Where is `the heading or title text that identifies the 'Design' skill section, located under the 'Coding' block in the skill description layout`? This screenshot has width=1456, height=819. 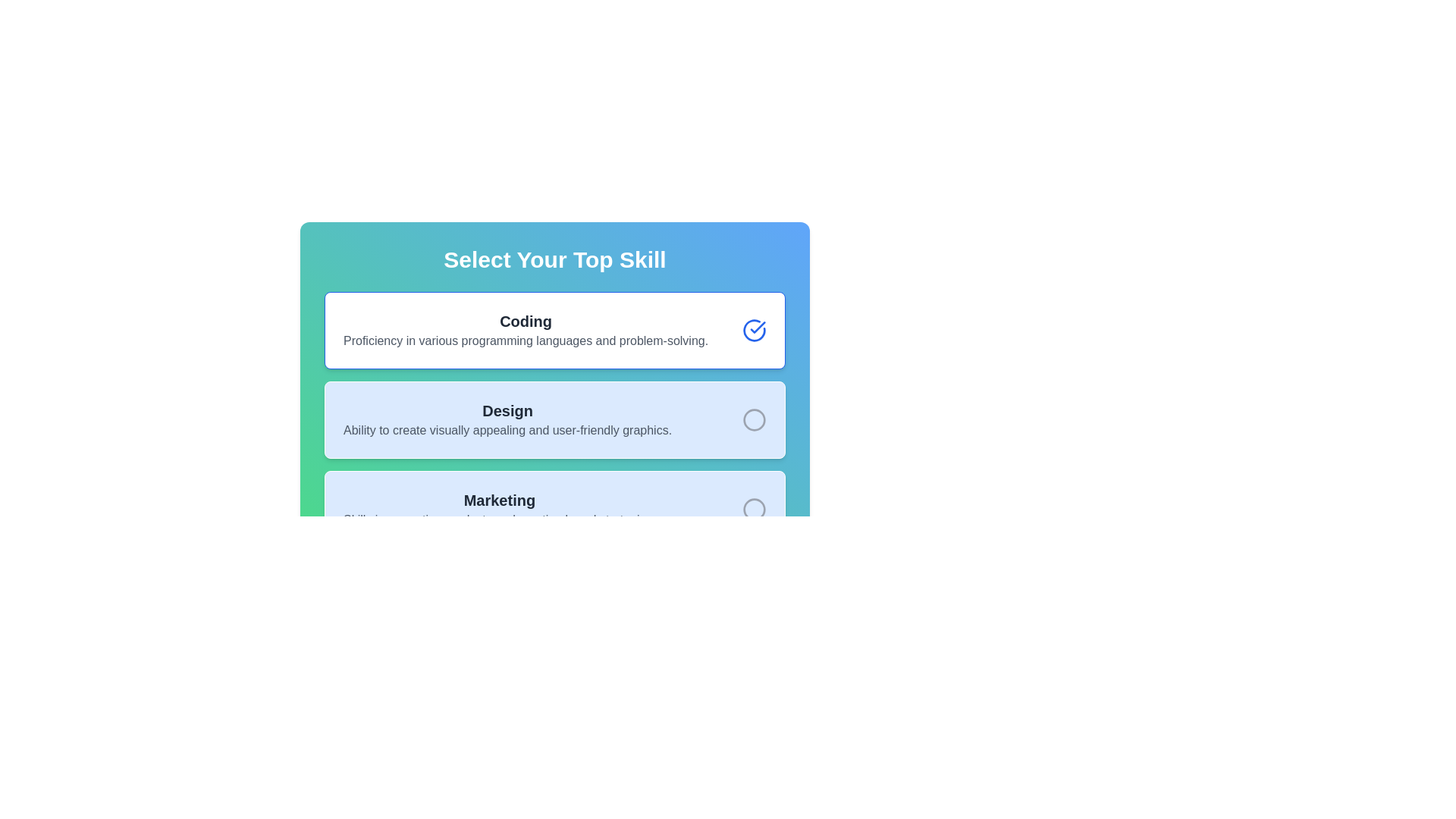
the heading or title text that identifies the 'Design' skill section, located under the 'Coding' block in the skill description layout is located at coordinates (507, 411).